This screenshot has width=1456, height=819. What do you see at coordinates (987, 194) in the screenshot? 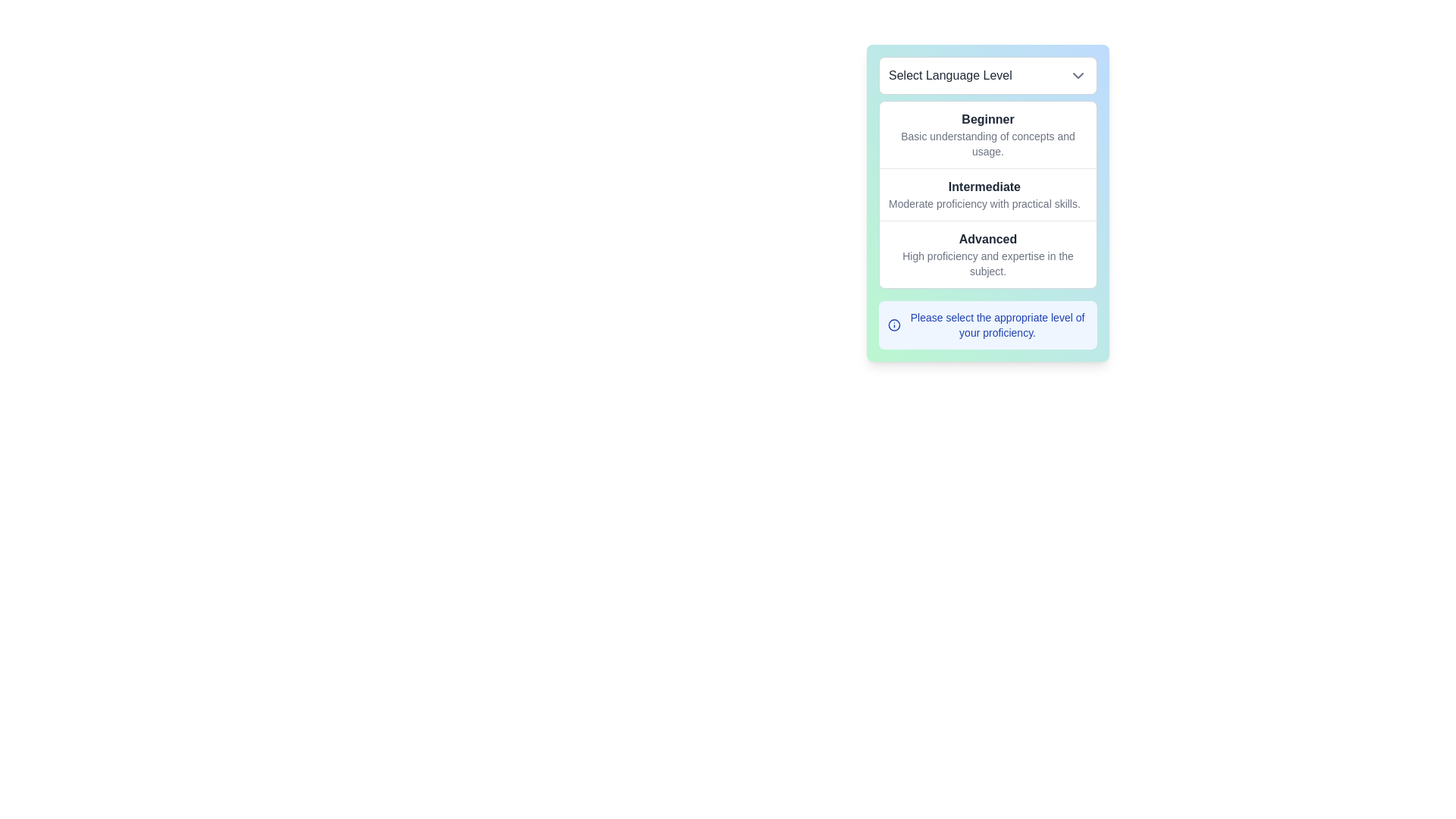
I see `the Option list for selecting a language proficiency level, located under the 'Select Language Level' header` at bounding box center [987, 194].